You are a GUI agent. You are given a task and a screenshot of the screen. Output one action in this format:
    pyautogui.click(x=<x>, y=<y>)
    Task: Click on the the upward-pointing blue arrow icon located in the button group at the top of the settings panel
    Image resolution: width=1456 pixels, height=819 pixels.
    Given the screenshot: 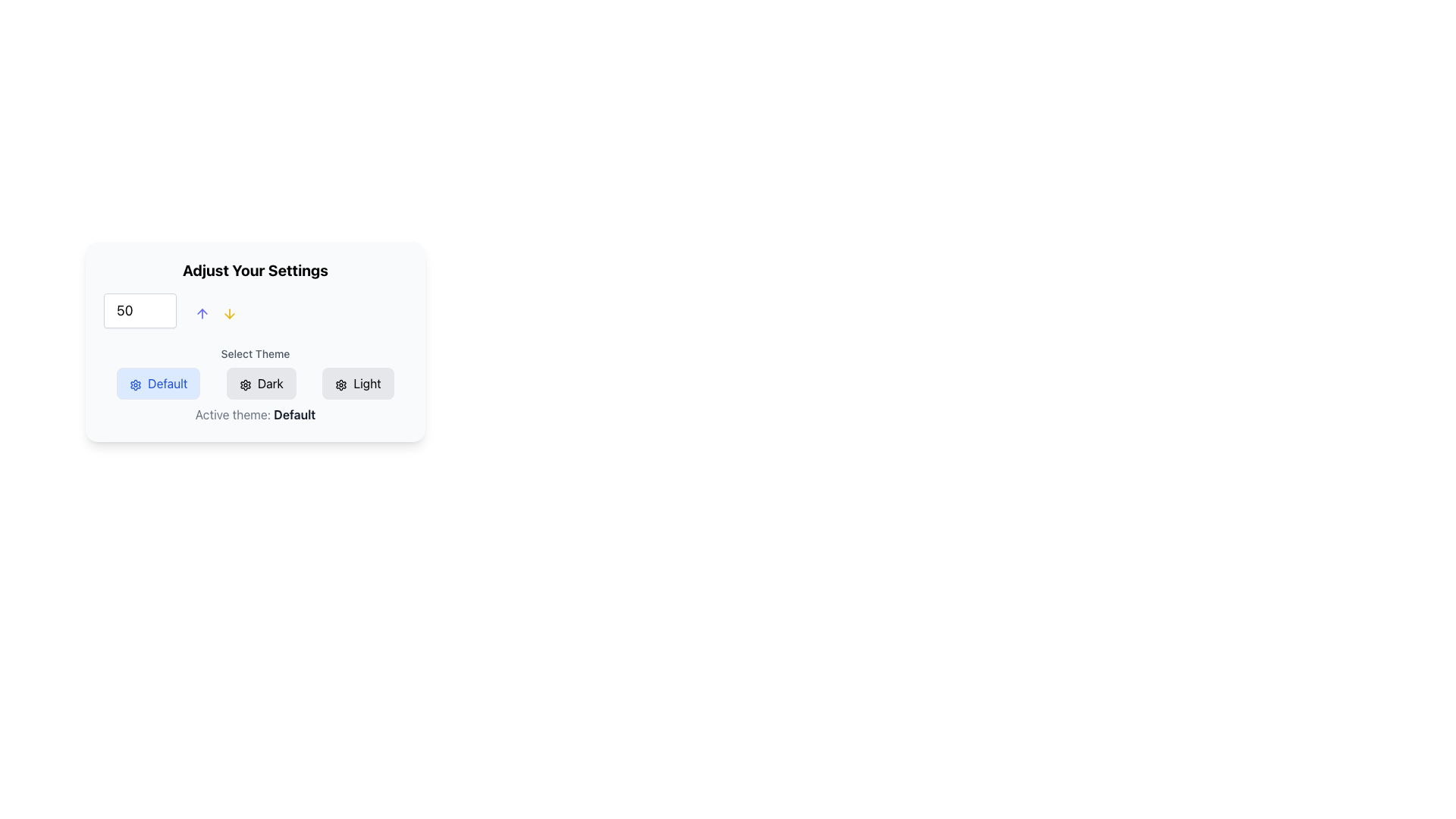 What is the action you would take?
    pyautogui.click(x=202, y=312)
    